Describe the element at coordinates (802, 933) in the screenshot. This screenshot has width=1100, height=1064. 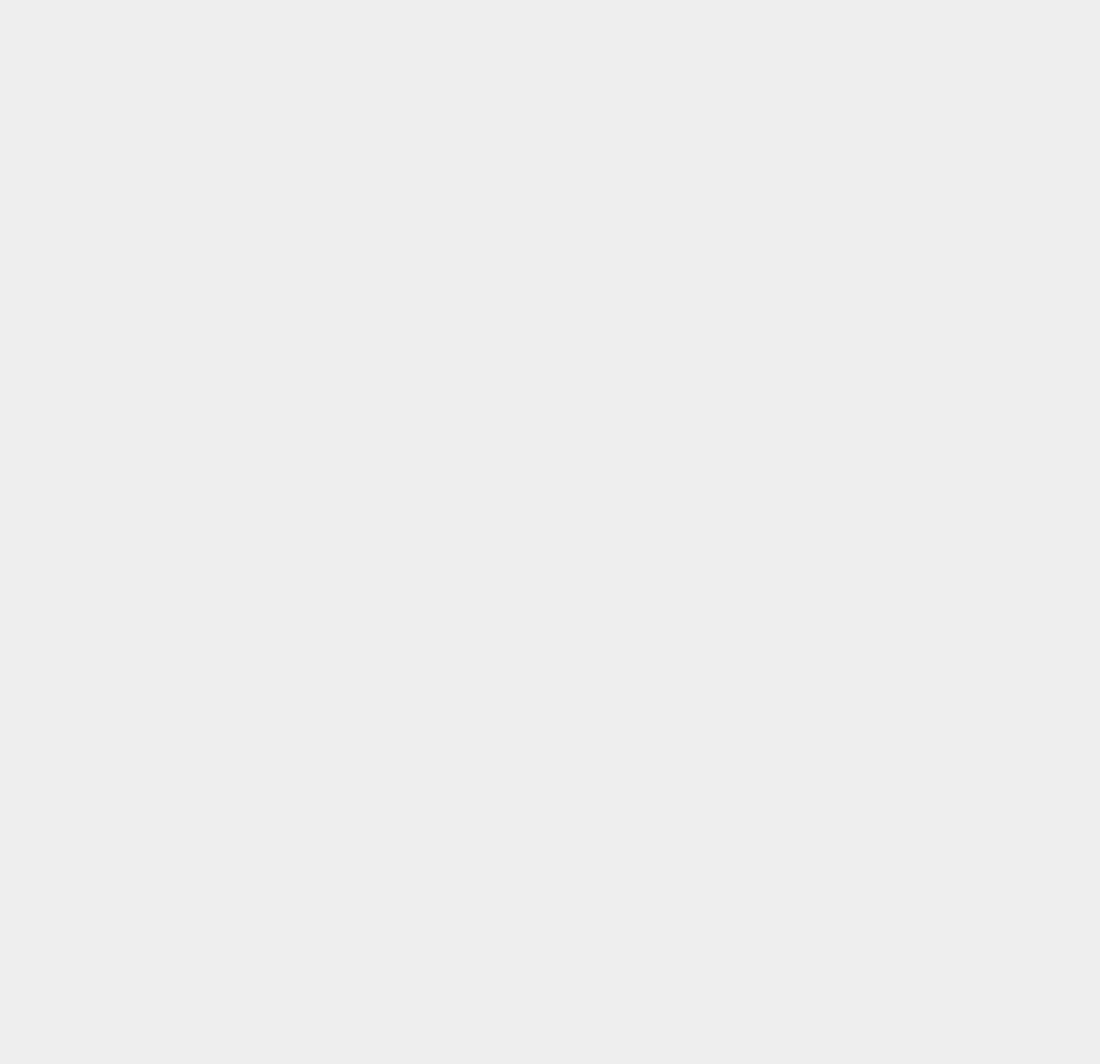
I see `'iPad Air'` at that location.